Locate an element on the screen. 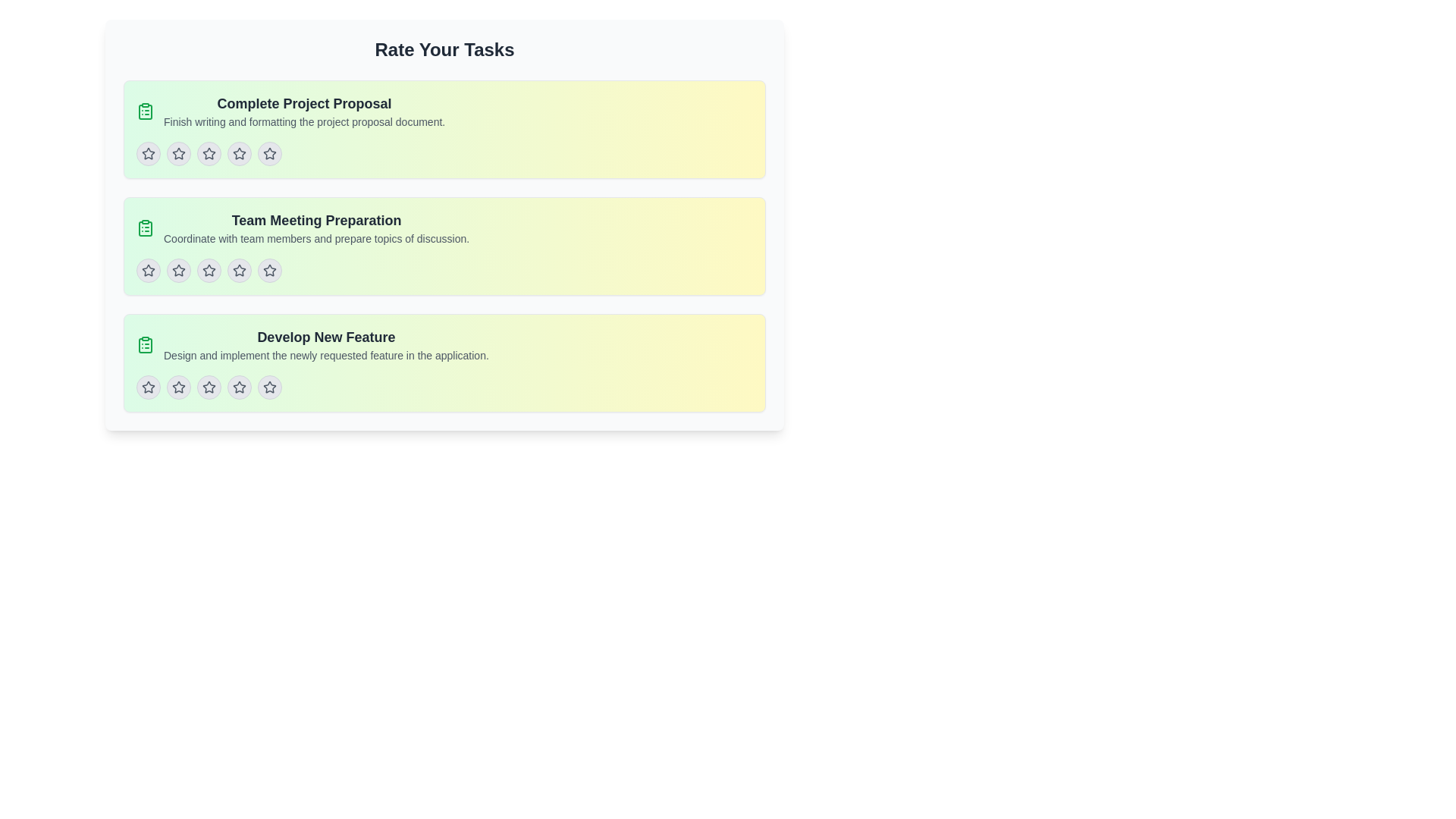  the first star rating icon in the 'Develop New Feature' row is located at coordinates (178, 386).